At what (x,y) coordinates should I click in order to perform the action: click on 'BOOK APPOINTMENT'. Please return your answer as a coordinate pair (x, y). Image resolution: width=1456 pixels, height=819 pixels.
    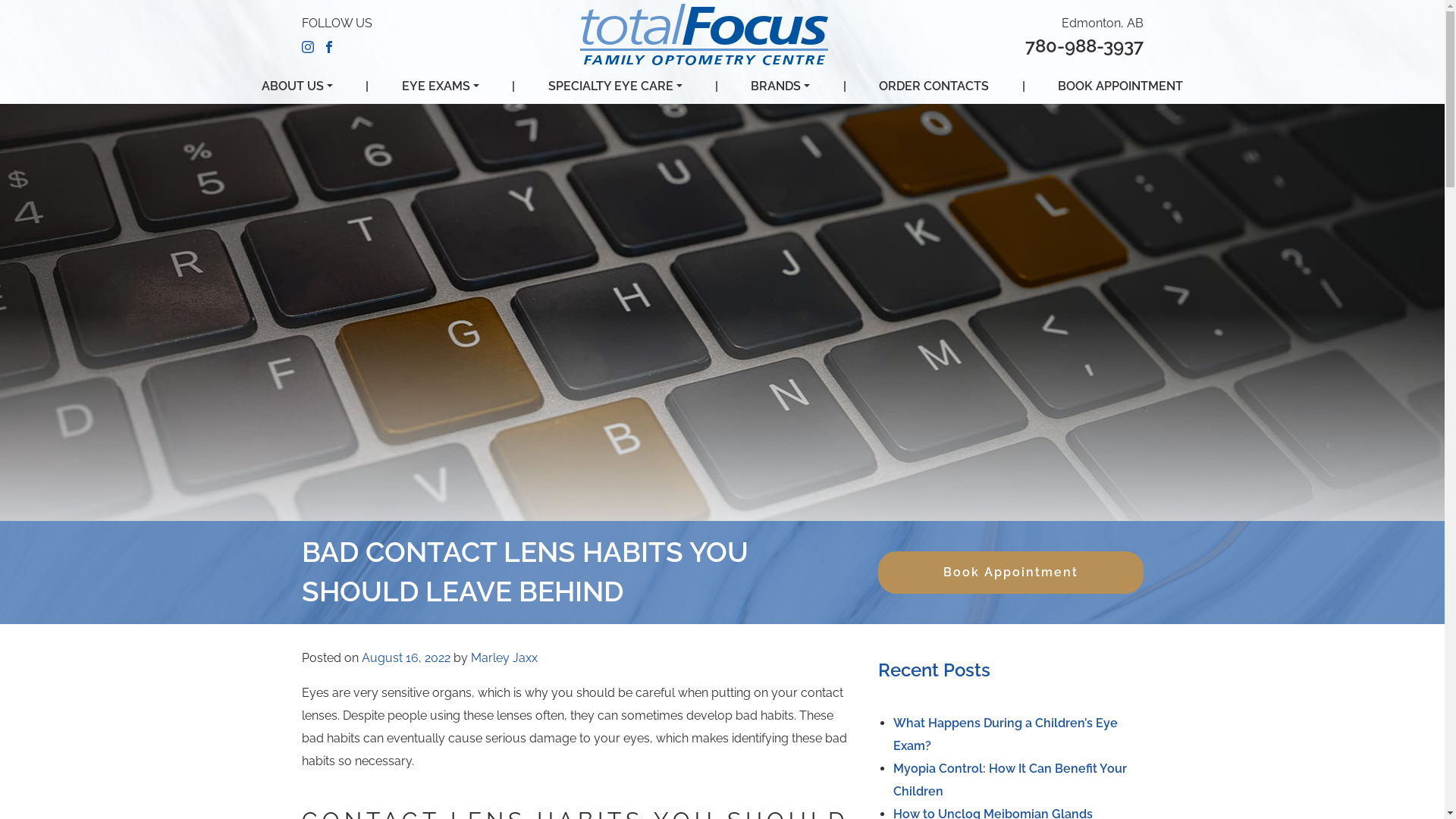
    Looking at the image, I should click on (1120, 86).